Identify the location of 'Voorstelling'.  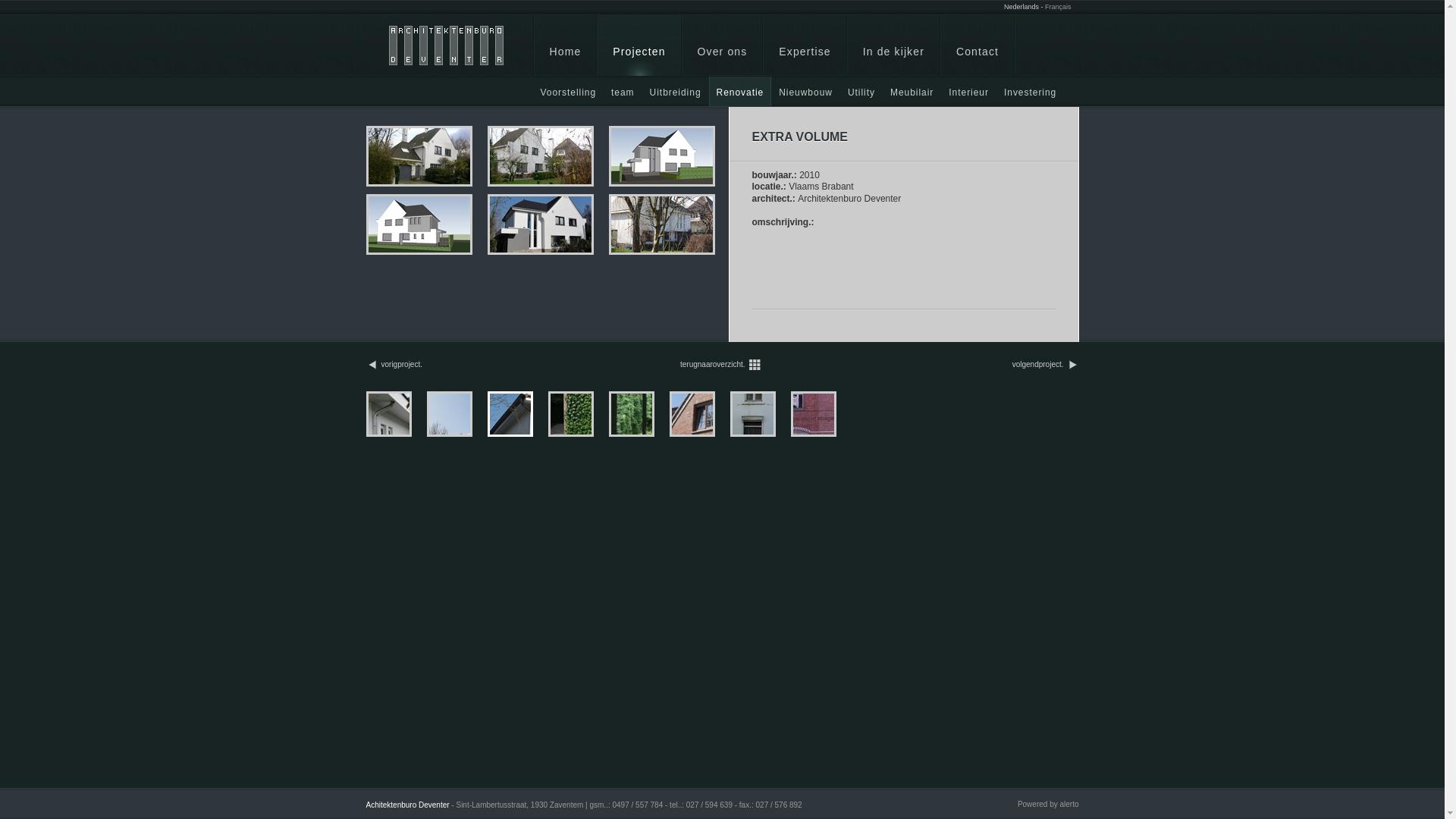
(532, 91).